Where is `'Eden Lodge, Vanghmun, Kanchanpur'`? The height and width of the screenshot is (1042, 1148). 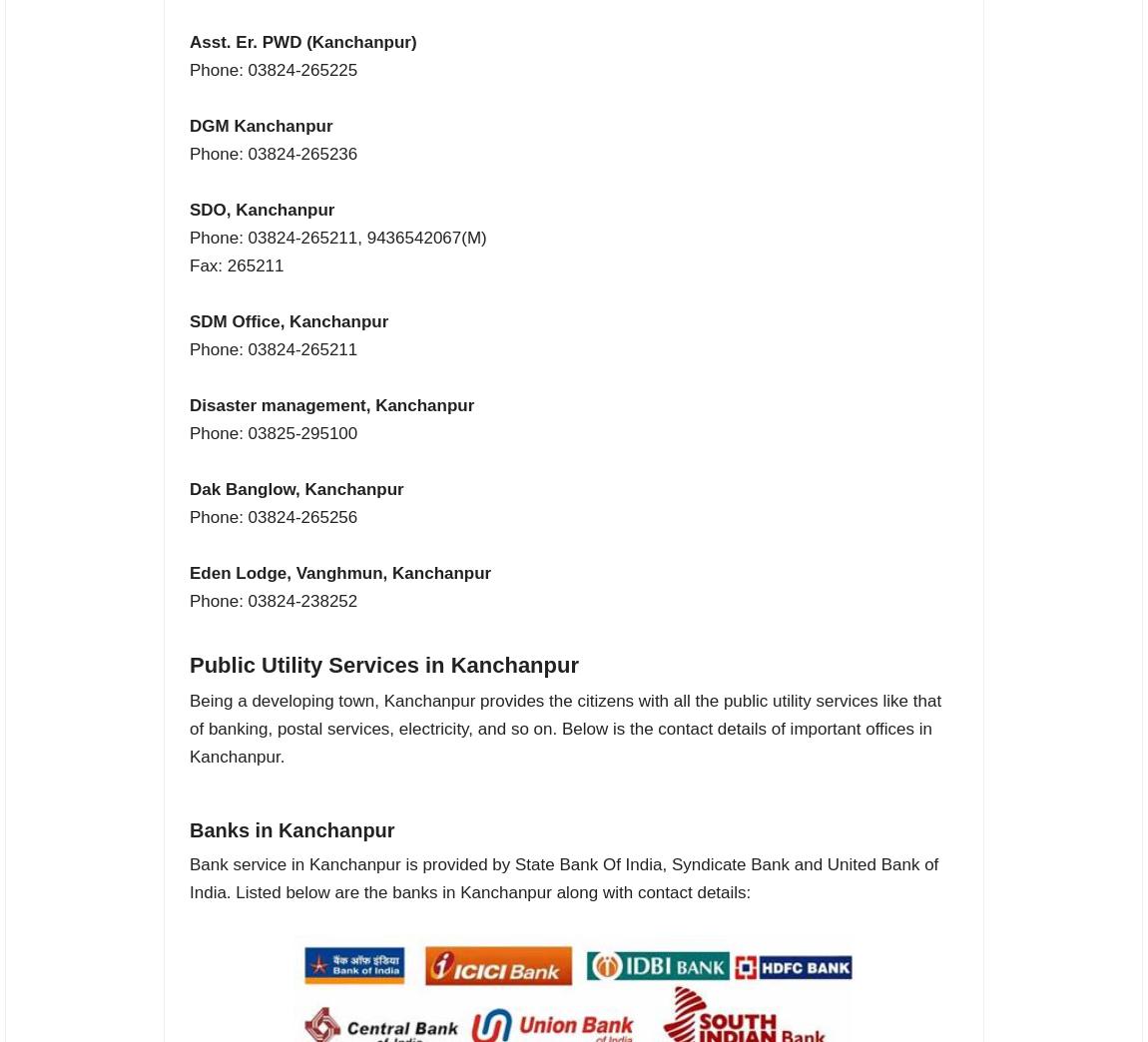 'Eden Lodge, Vanghmun, Kanchanpur' is located at coordinates (188, 572).